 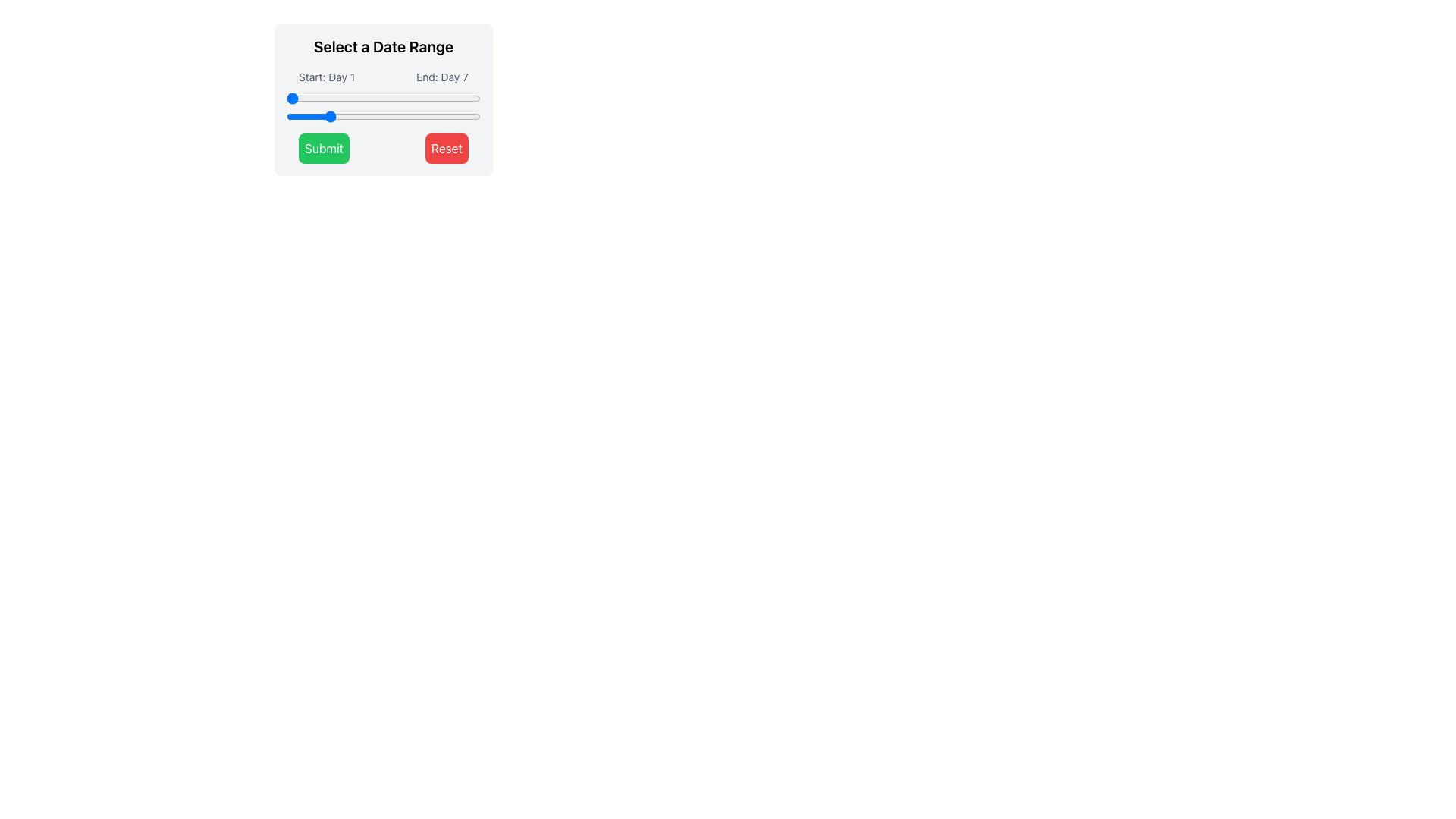 What do you see at coordinates (460, 99) in the screenshot?
I see `the slider` at bounding box center [460, 99].